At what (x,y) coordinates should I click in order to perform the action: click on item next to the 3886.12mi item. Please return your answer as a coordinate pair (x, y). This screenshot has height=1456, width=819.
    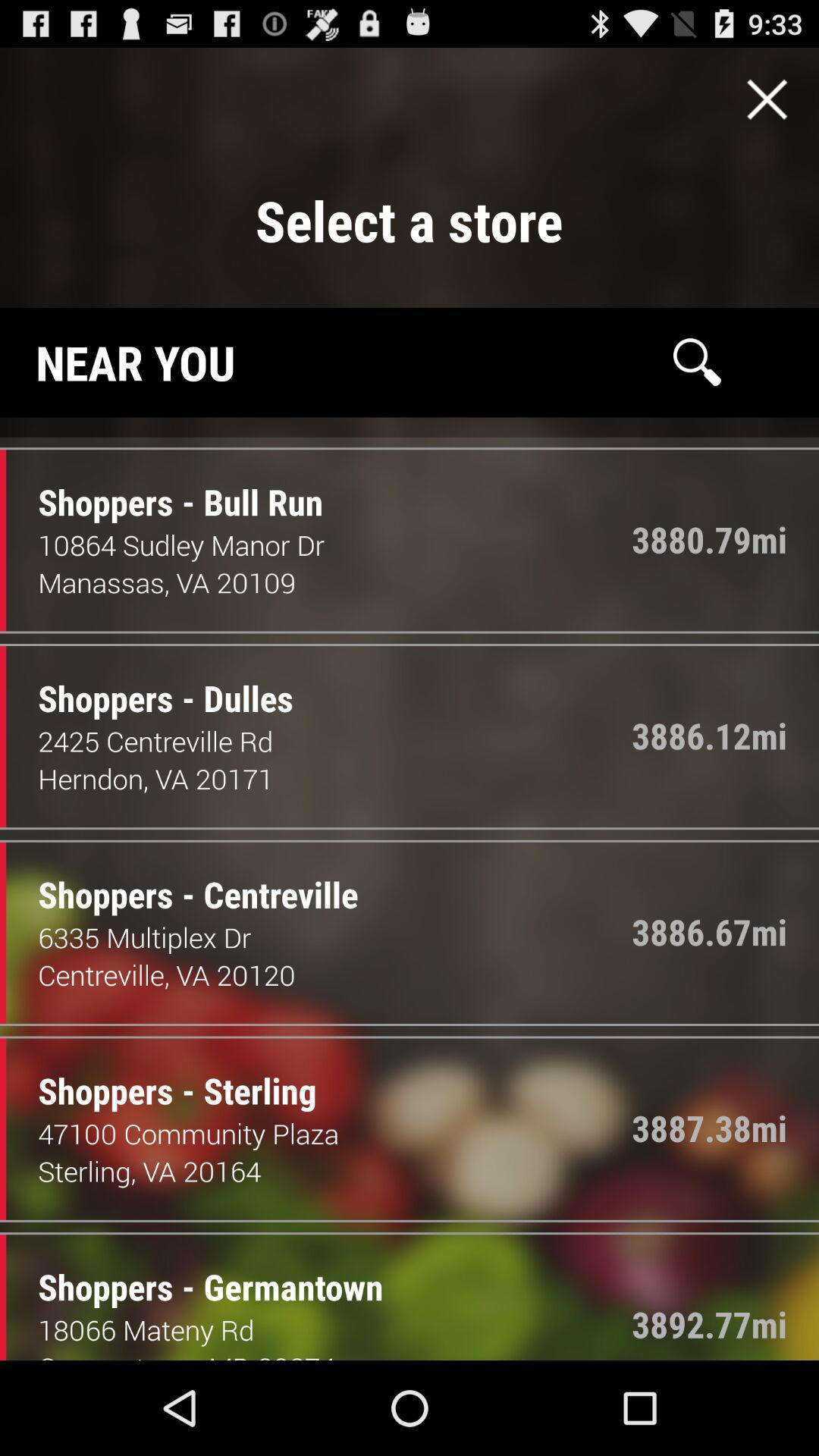
    Looking at the image, I should click on (154, 682).